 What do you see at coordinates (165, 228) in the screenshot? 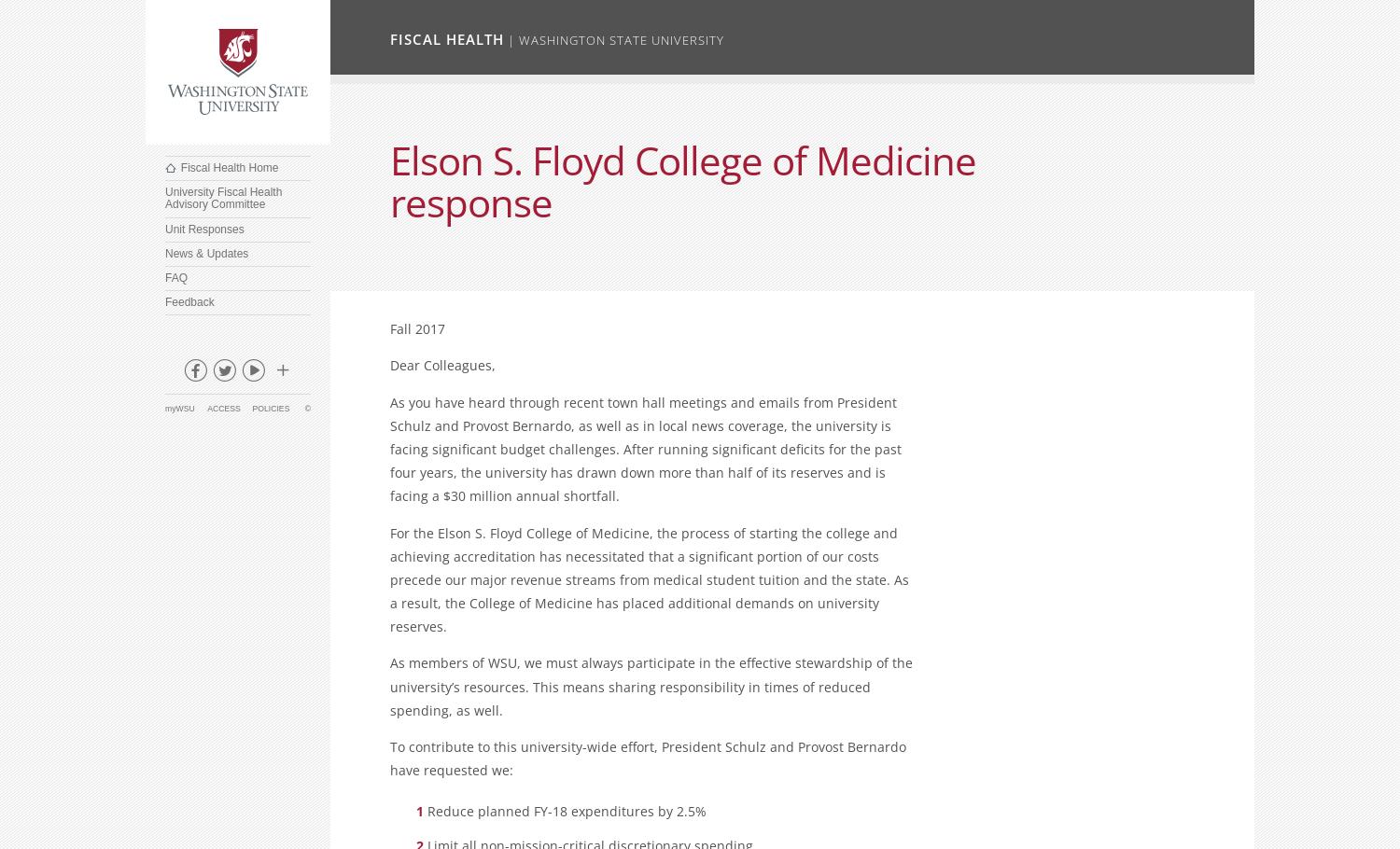
I see `'Unit Responses'` at bounding box center [165, 228].